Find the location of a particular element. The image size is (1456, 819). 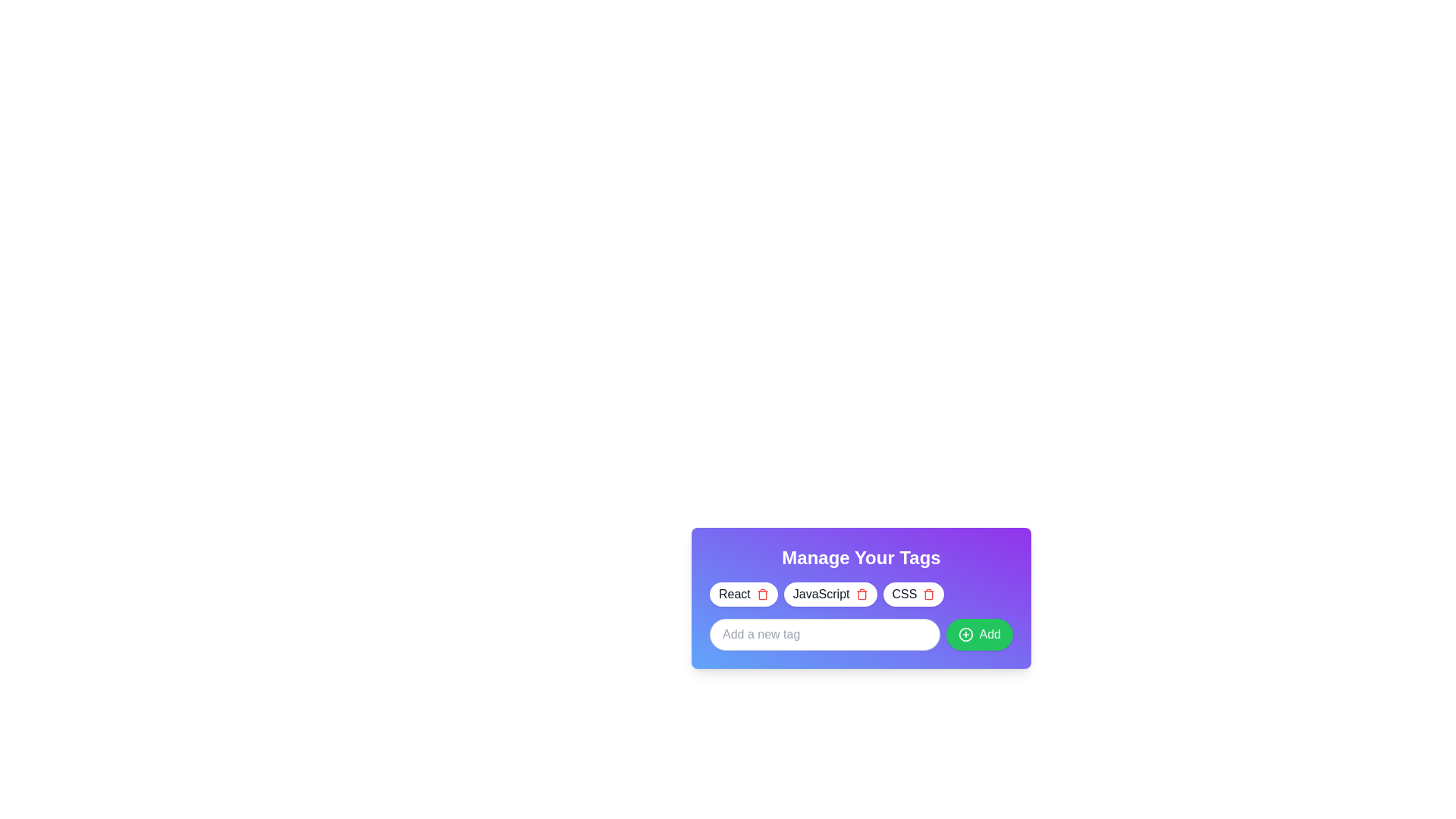

the delete icon of the second tag labeled 'JavaScript' in the 'Manage Your Tags' section is located at coordinates (830, 593).